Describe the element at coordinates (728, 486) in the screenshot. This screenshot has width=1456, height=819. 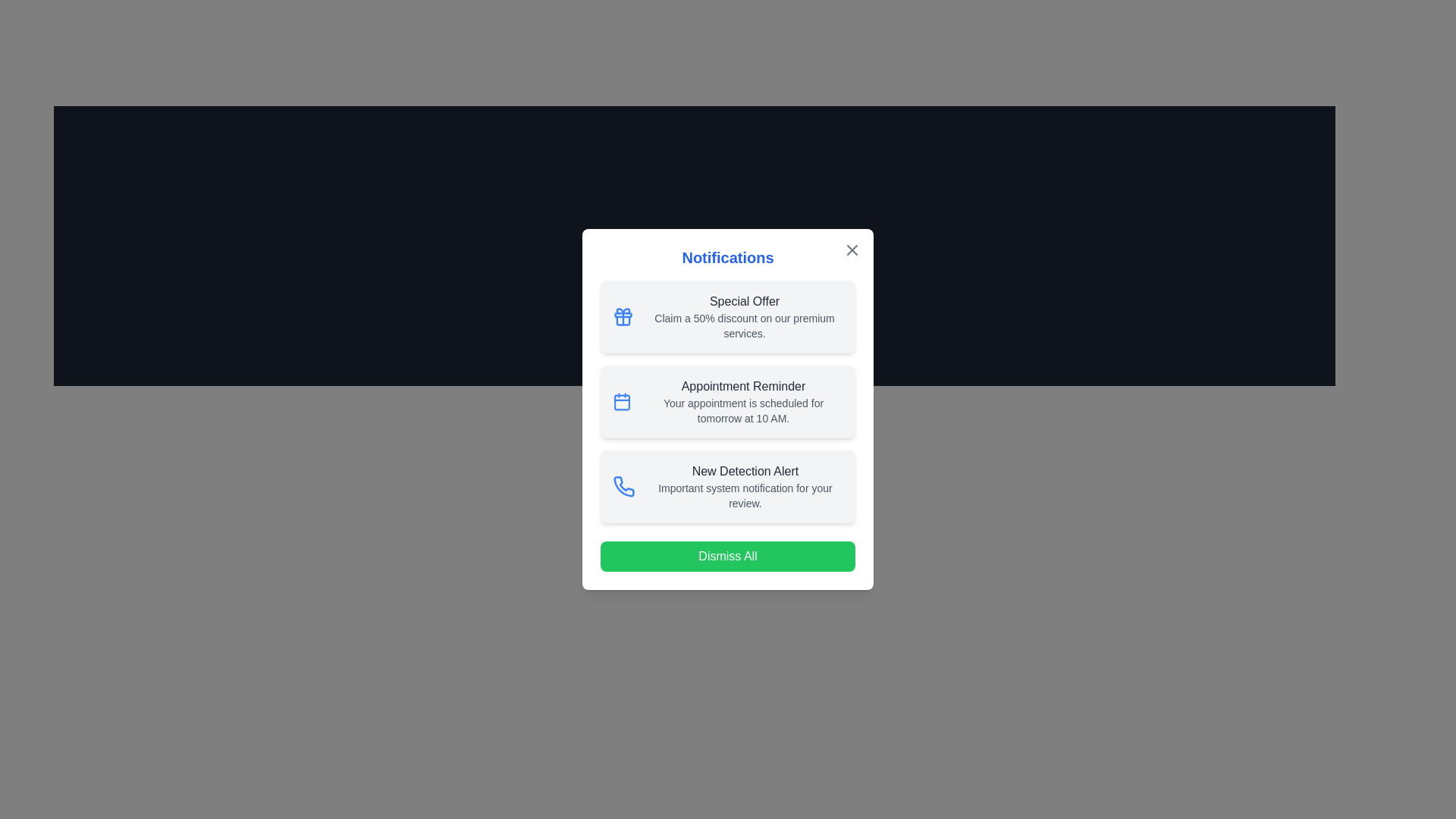
I see `the Notification panel, which is the third item in a vertical list of notifications within a modal dialog, positioned between the 'Appointment Reminder' and the 'Dismiss All' button` at that location.